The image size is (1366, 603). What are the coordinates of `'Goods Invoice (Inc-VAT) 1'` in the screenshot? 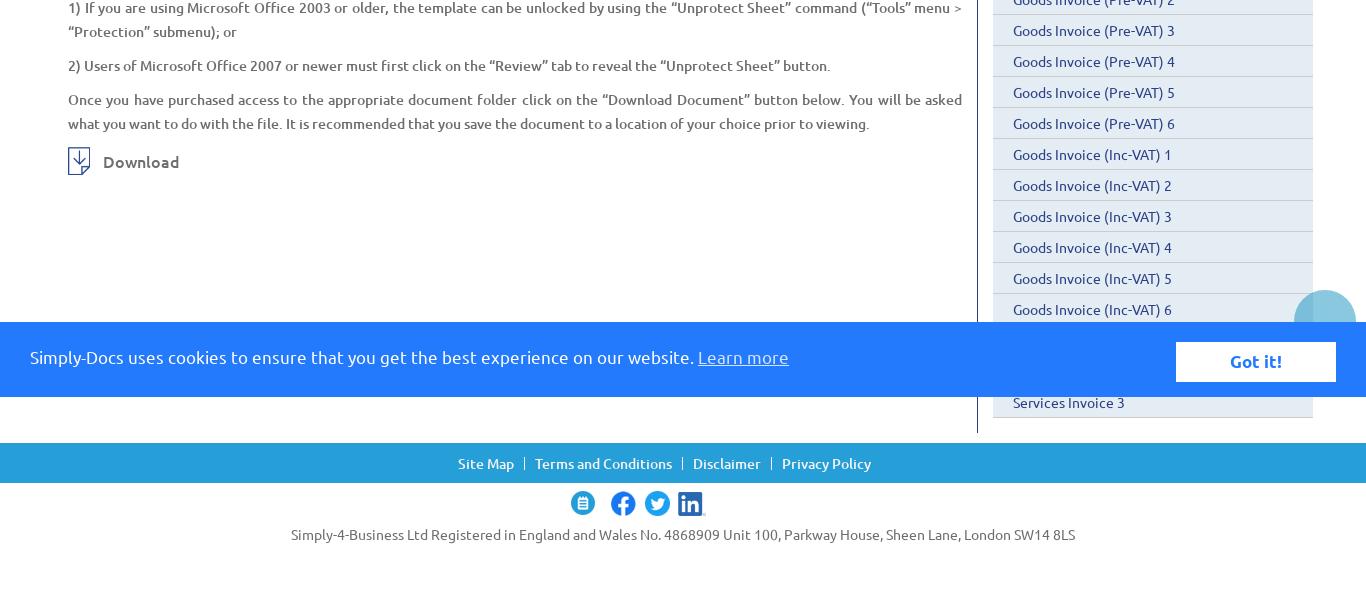 It's located at (1091, 154).